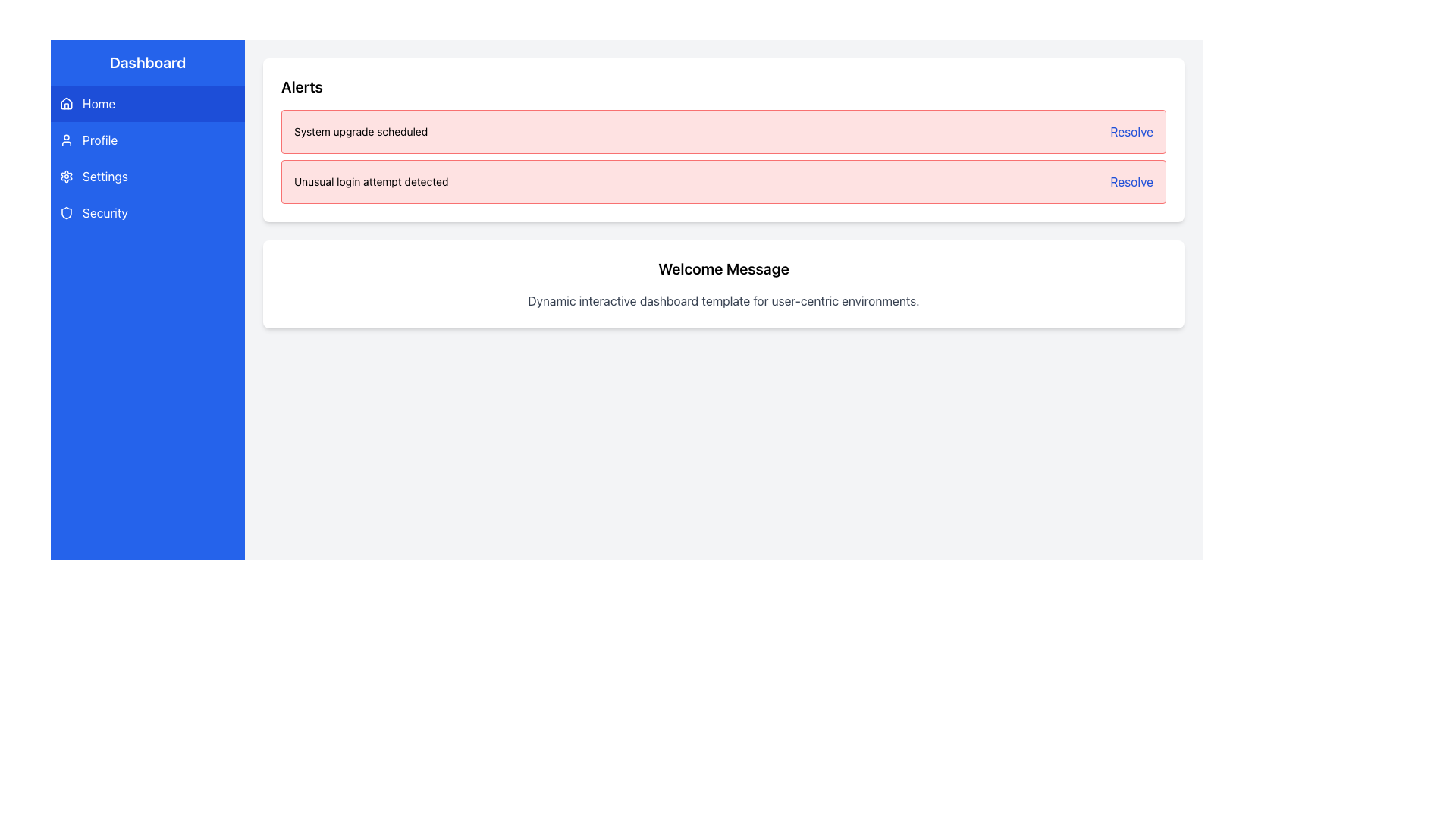 The width and height of the screenshot is (1456, 819). I want to click on the navigation button labeled 'Home' located at the top of the vertical list in the sidebar to trigger a hover effect, so click(148, 103).